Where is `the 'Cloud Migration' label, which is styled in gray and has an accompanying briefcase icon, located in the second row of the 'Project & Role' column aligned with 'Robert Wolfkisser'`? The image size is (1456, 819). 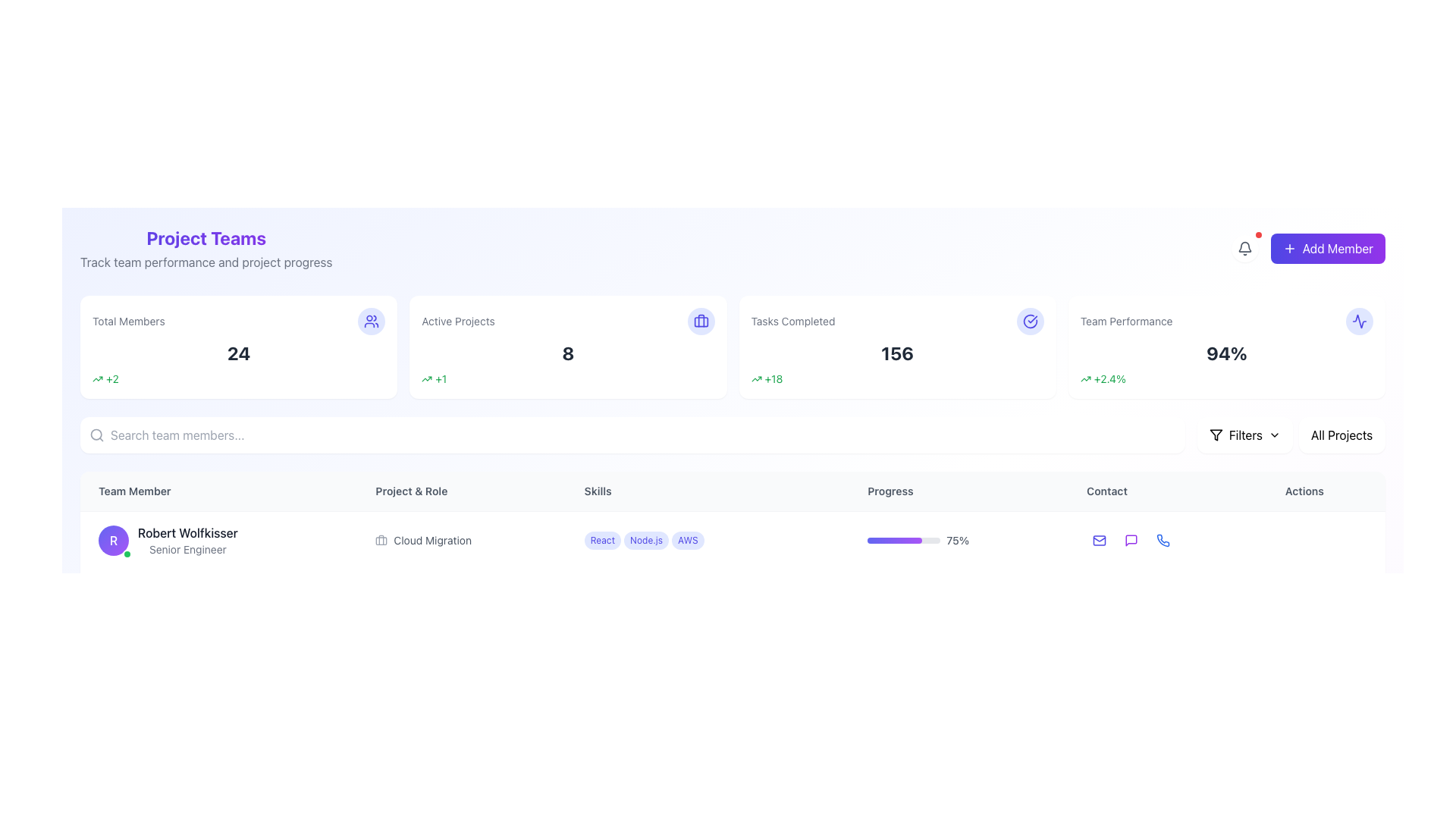
the 'Cloud Migration' label, which is styled in gray and has an accompanying briefcase icon, located in the second row of the 'Project & Role' column aligned with 'Robert Wolfkisser' is located at coordinates (461, 540).